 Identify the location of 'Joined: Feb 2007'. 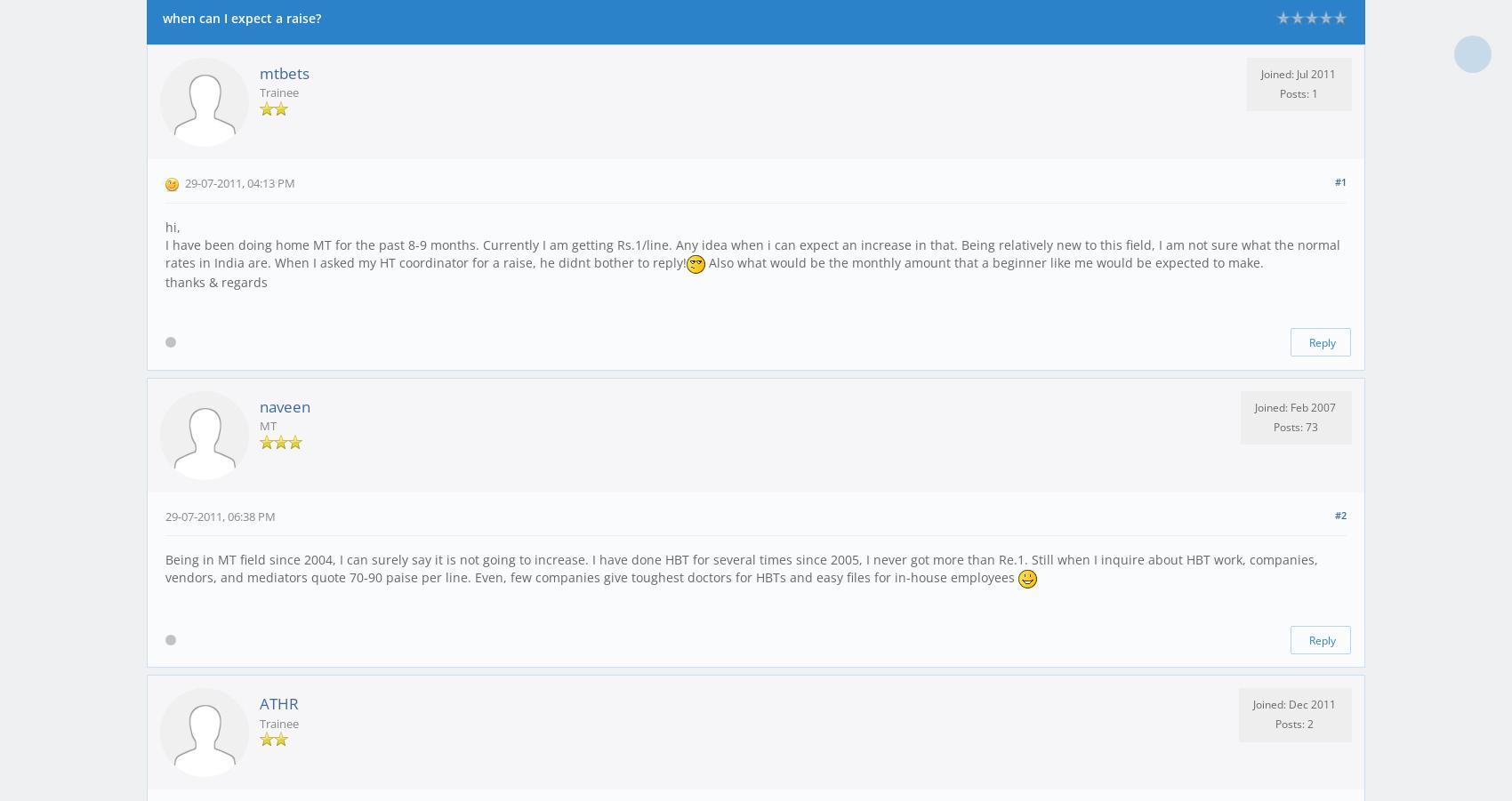
(1254, 406).